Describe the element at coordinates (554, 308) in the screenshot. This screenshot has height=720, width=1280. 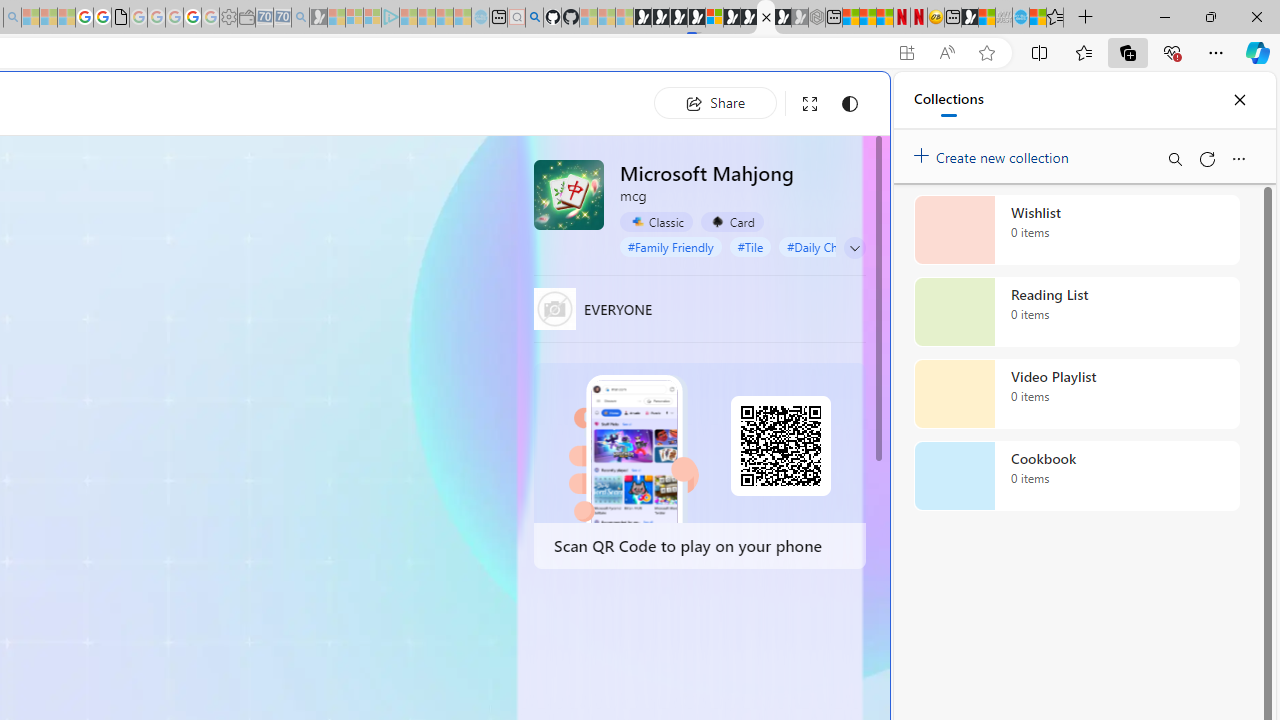
I see `'EVERYONE'` at that location.